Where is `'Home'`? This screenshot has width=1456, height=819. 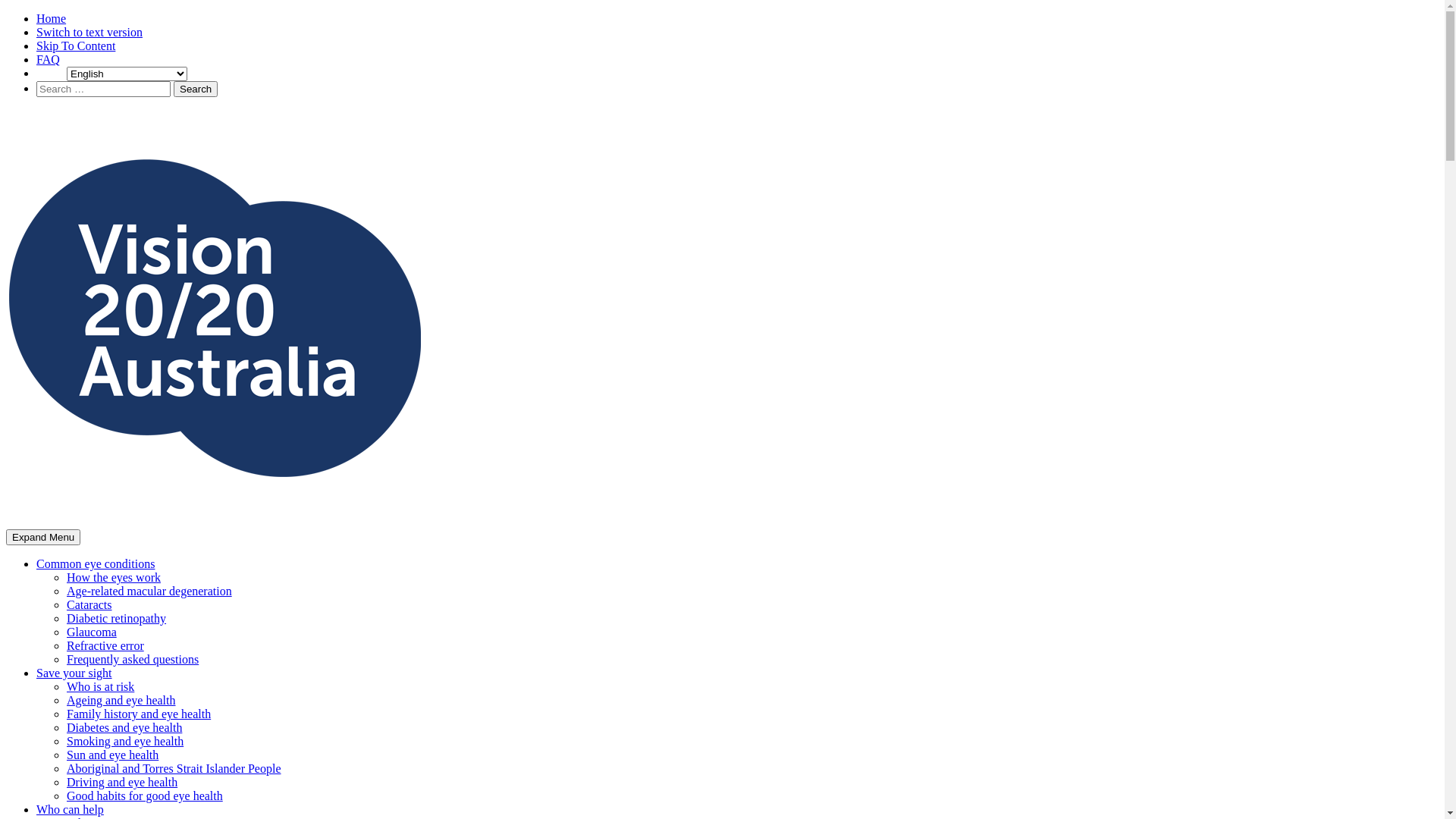
'Home' is located at coordinates (51, 18).